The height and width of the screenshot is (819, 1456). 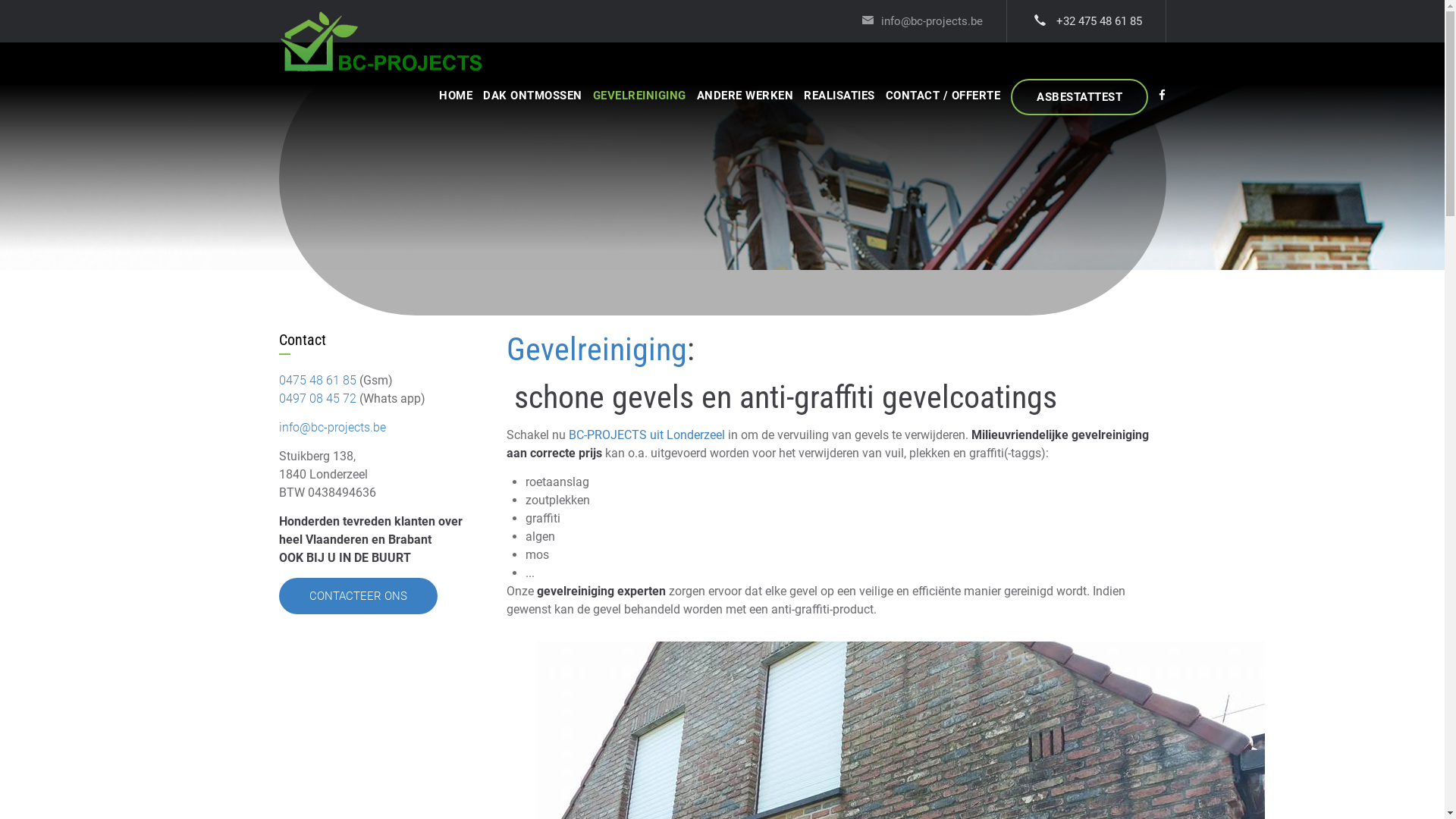 I want to click on 'Gevelreiniging', so click(x=596, y=349).